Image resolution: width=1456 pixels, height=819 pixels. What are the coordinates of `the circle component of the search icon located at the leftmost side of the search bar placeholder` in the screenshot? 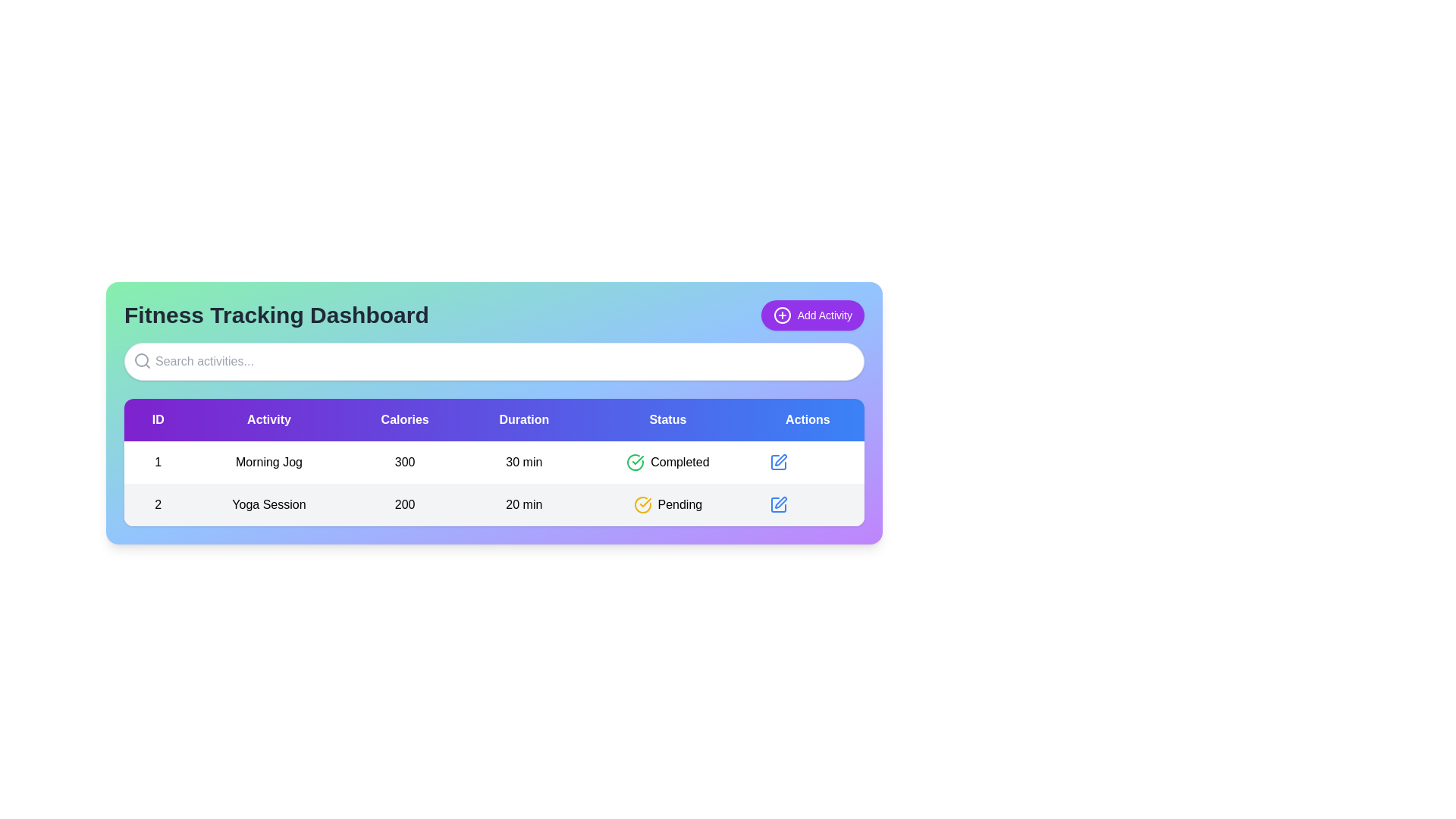 It's located at (142, 359).